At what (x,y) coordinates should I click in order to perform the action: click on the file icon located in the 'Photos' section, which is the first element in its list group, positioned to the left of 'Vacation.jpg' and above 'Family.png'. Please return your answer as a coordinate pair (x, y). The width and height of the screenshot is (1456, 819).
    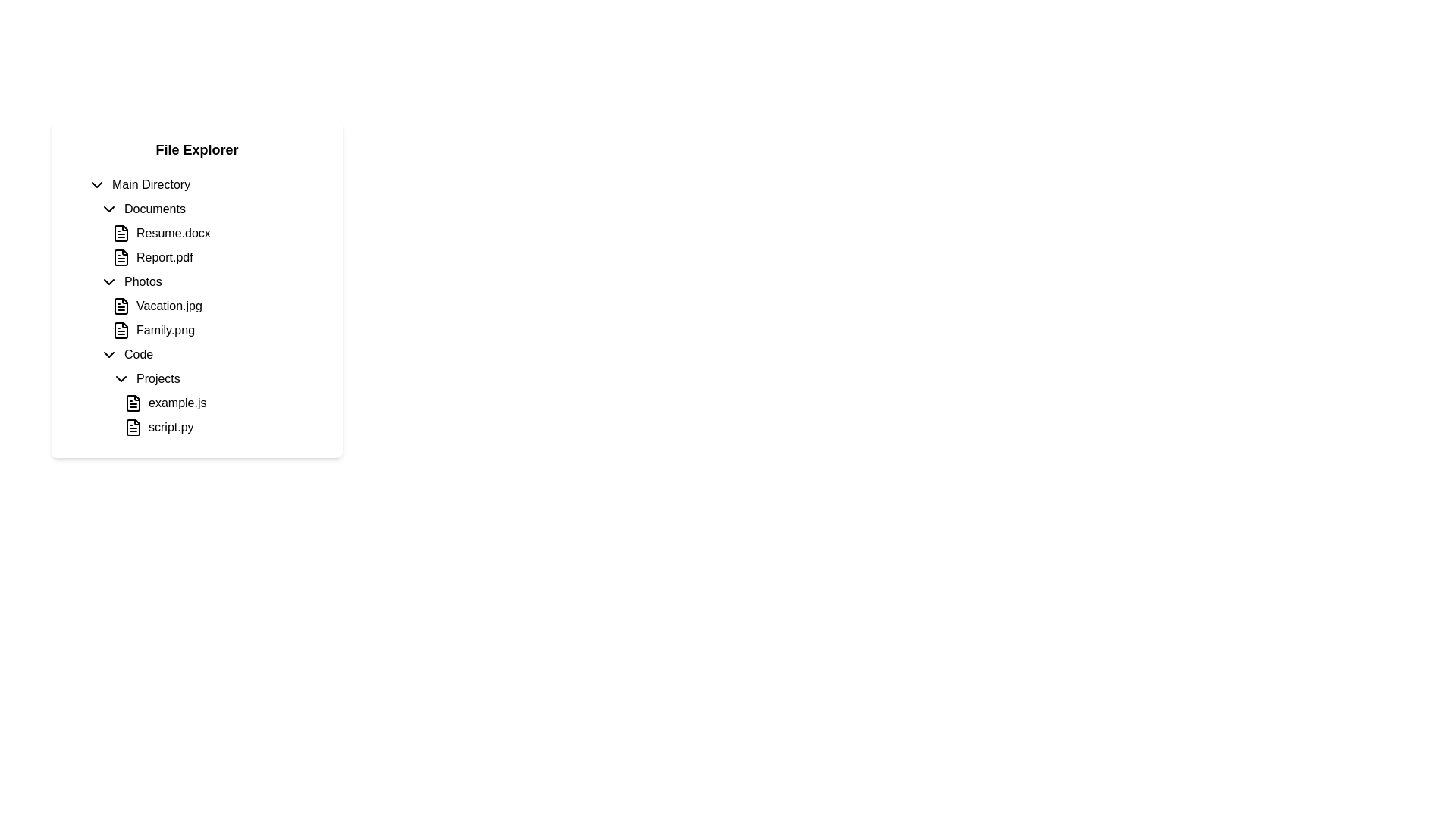
    Looking at the image, I should click on (120, 306).